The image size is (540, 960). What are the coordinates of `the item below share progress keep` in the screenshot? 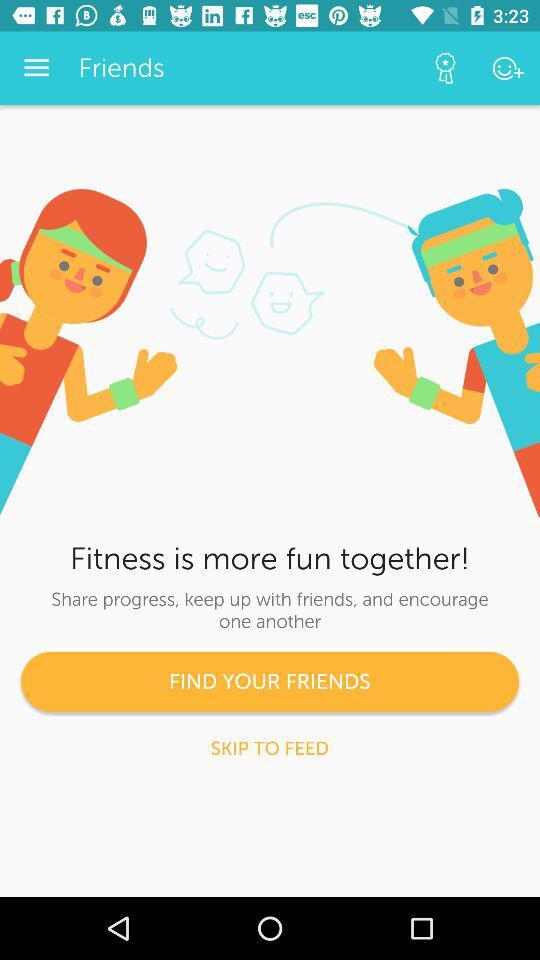 It's located at (270, 681).